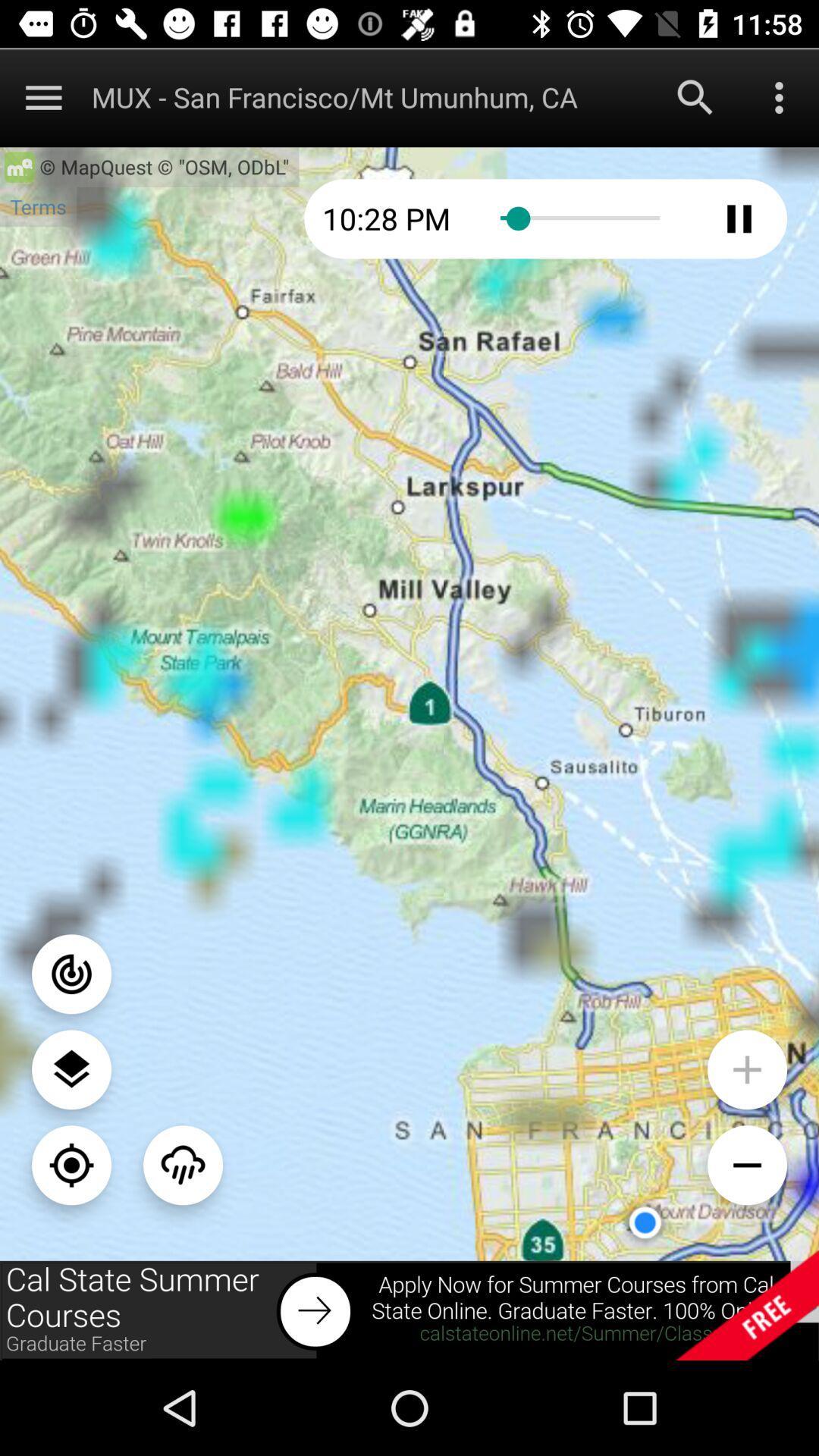  Describe the element at coordinates (71, 1164) in the screenshot. I see `current location` at that location.